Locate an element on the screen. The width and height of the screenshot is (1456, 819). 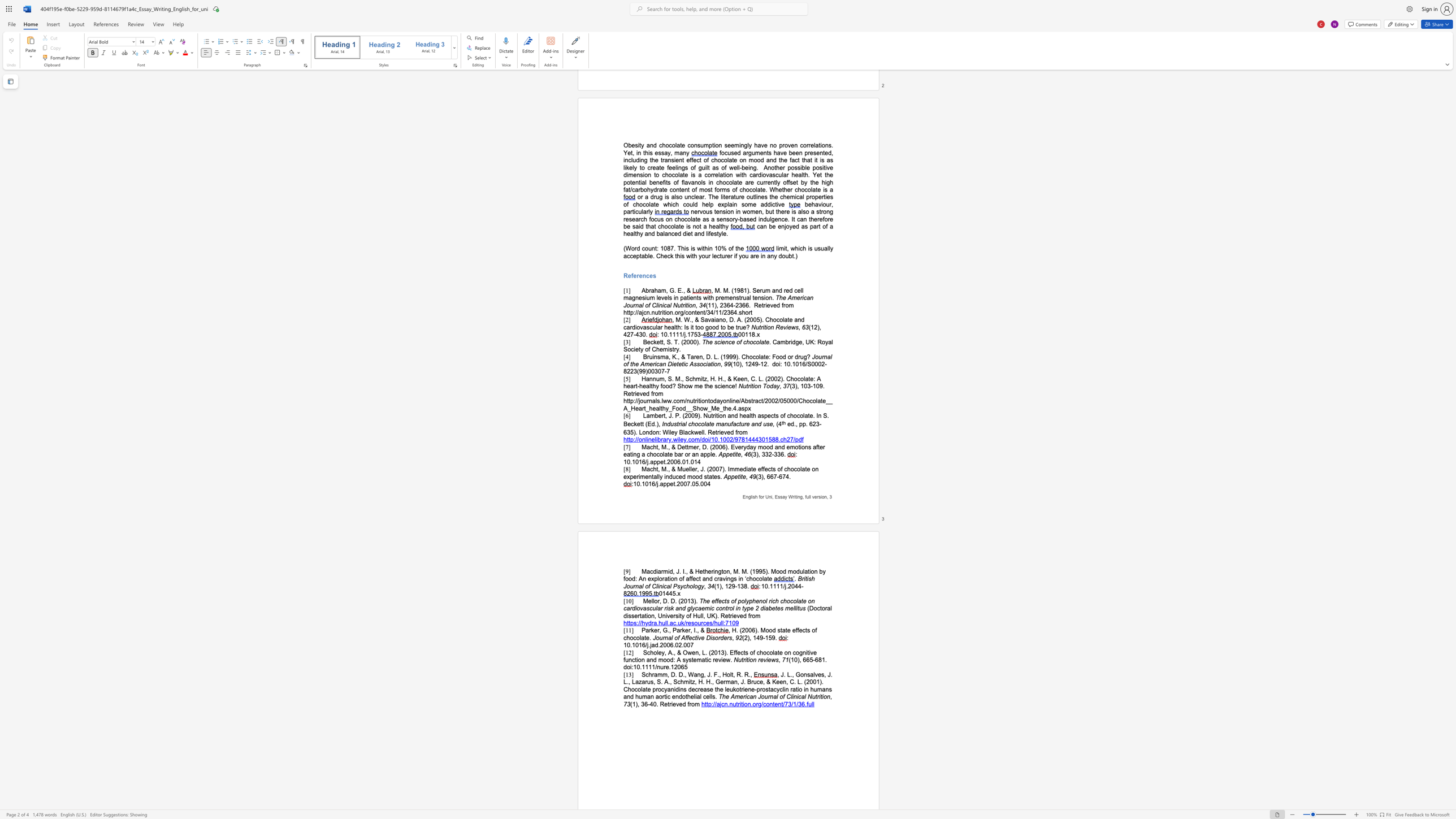
the subset text "cts of polyphenol rich chocolate on cardiovascular risk and glycaemic control in" within the text "The effects of polyphenol rich chocolate on cardiovascular risk and glycaemic control in type 2 diabetes mellitus" is located at coordinates (721, 600).